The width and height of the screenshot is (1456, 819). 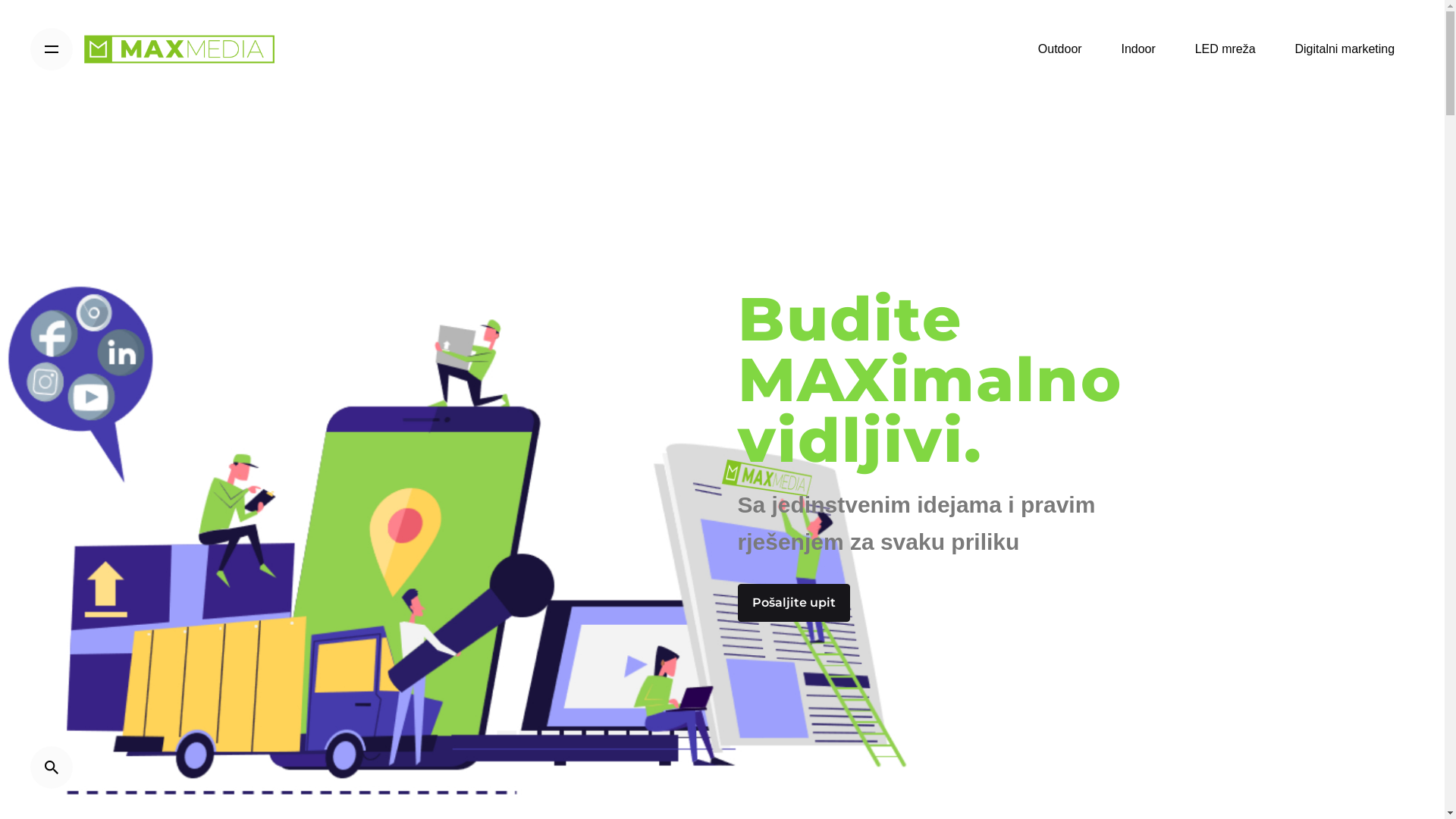 What do you see at coordinates (1345, 49) in the screenshot?
I see `'Digitalni marketing'` at bounding box center [1345, 49].